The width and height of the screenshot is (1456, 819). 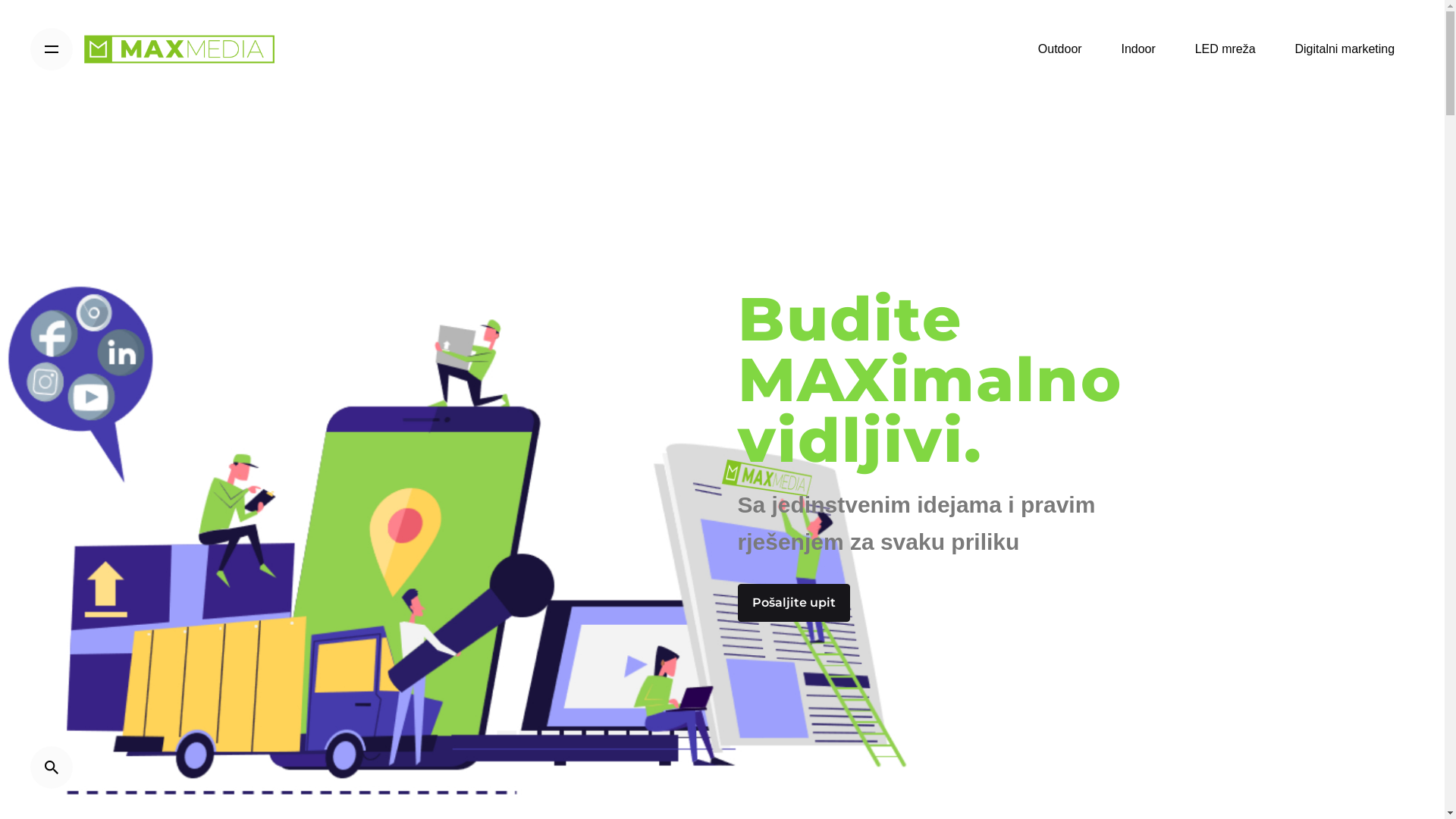 What do you see at coordinates (1345, 49) in the screenshot?
I see `'Digitalni marketing'` at bounding box center [1345, 49].